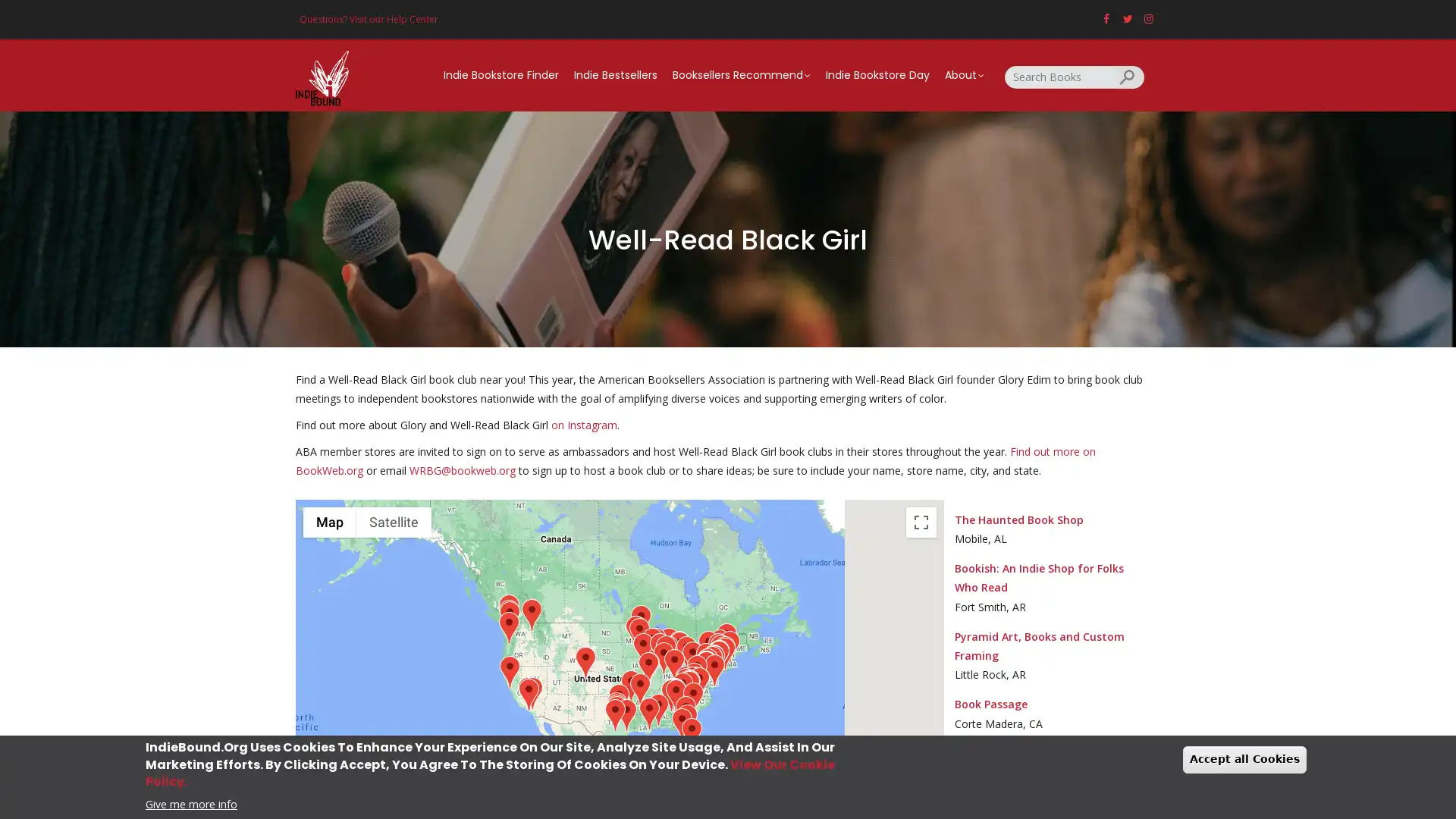  Describe the element at coordinates (616, 710) in the screenshot. I see `Lark & Owl Booksellers` at that location.